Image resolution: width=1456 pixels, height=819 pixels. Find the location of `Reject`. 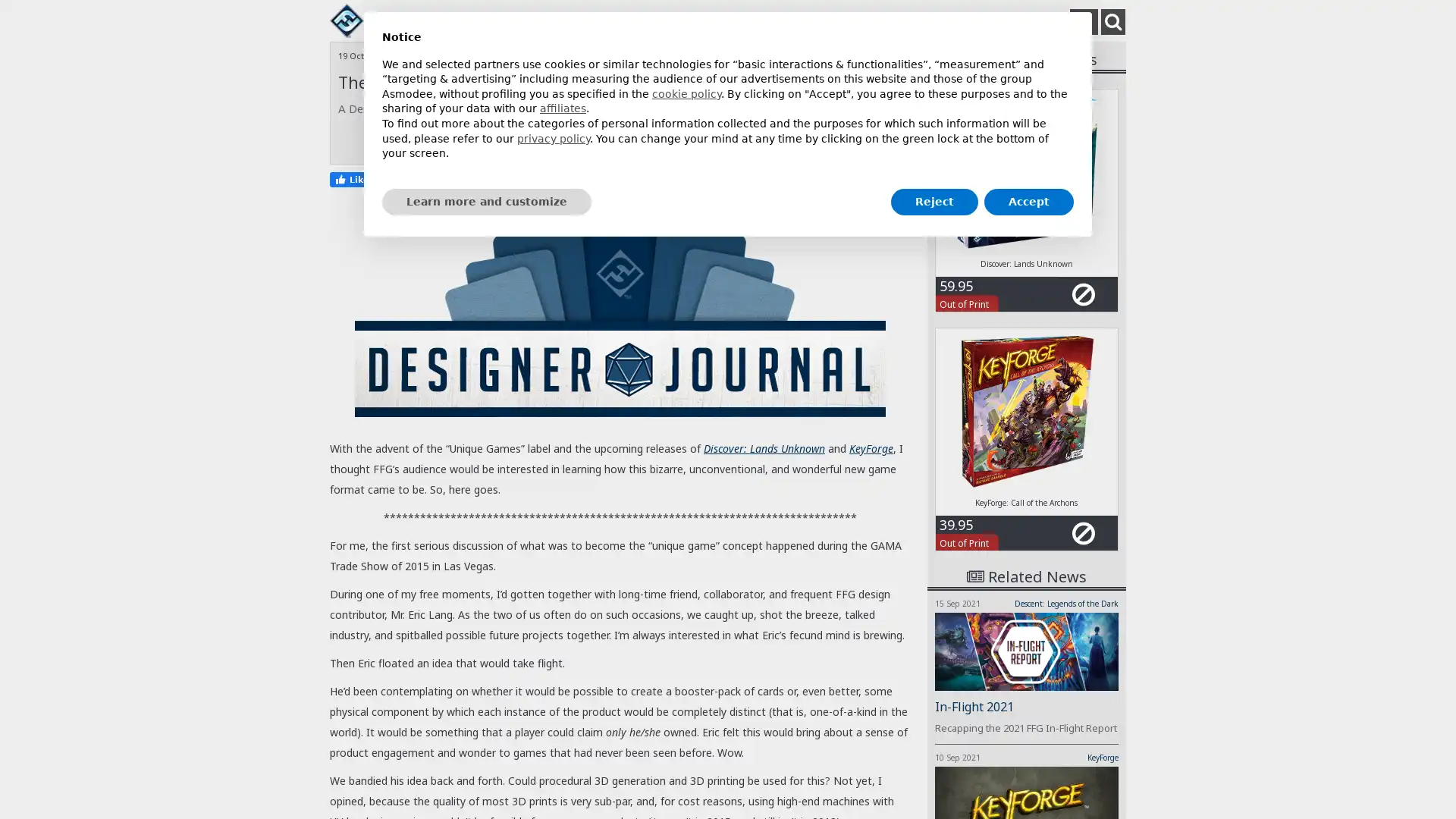

Reject is located at coordinates (934, 201).